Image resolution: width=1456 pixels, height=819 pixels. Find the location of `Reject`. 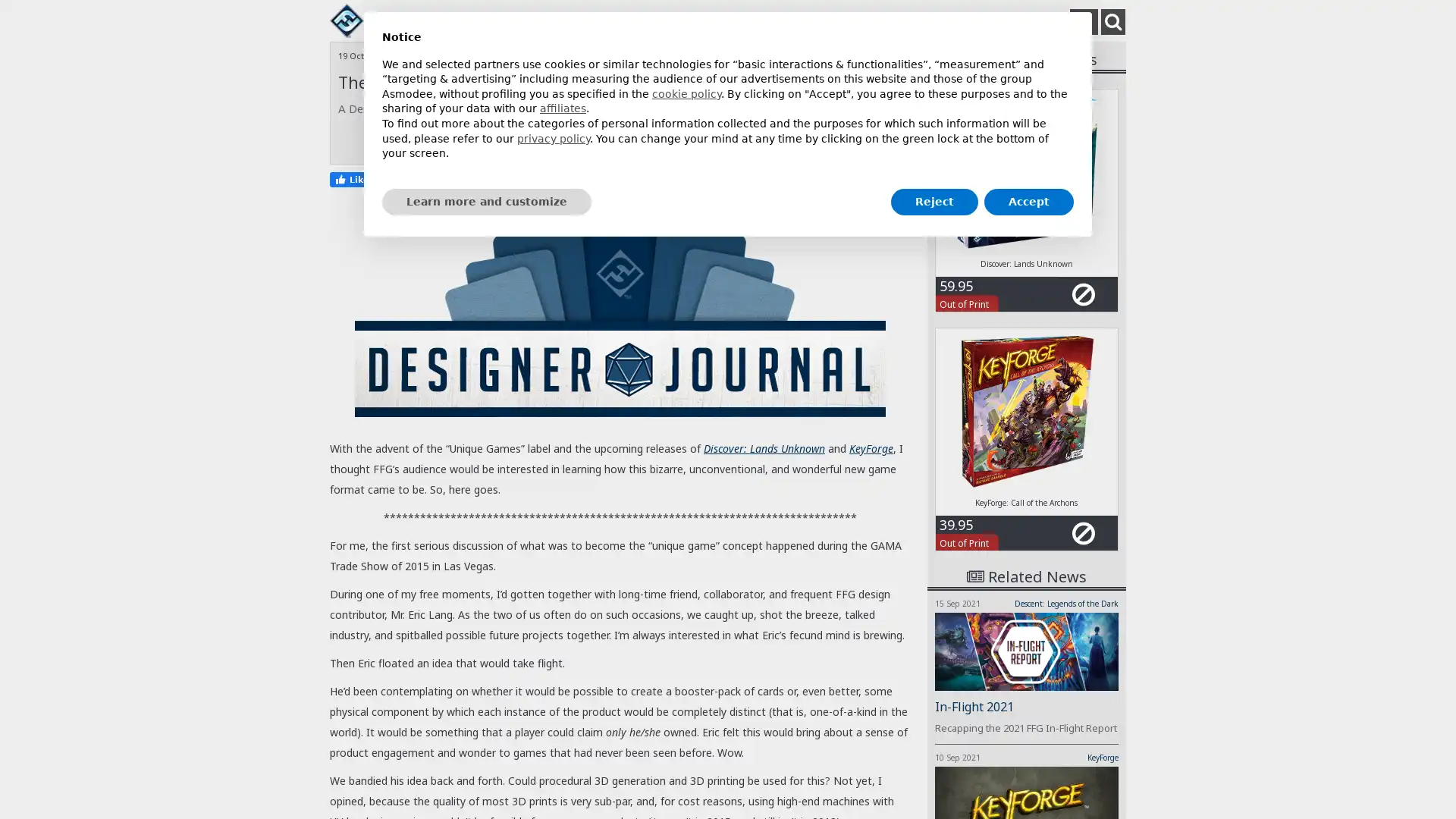

Reject is located at coordinates (934, 201).